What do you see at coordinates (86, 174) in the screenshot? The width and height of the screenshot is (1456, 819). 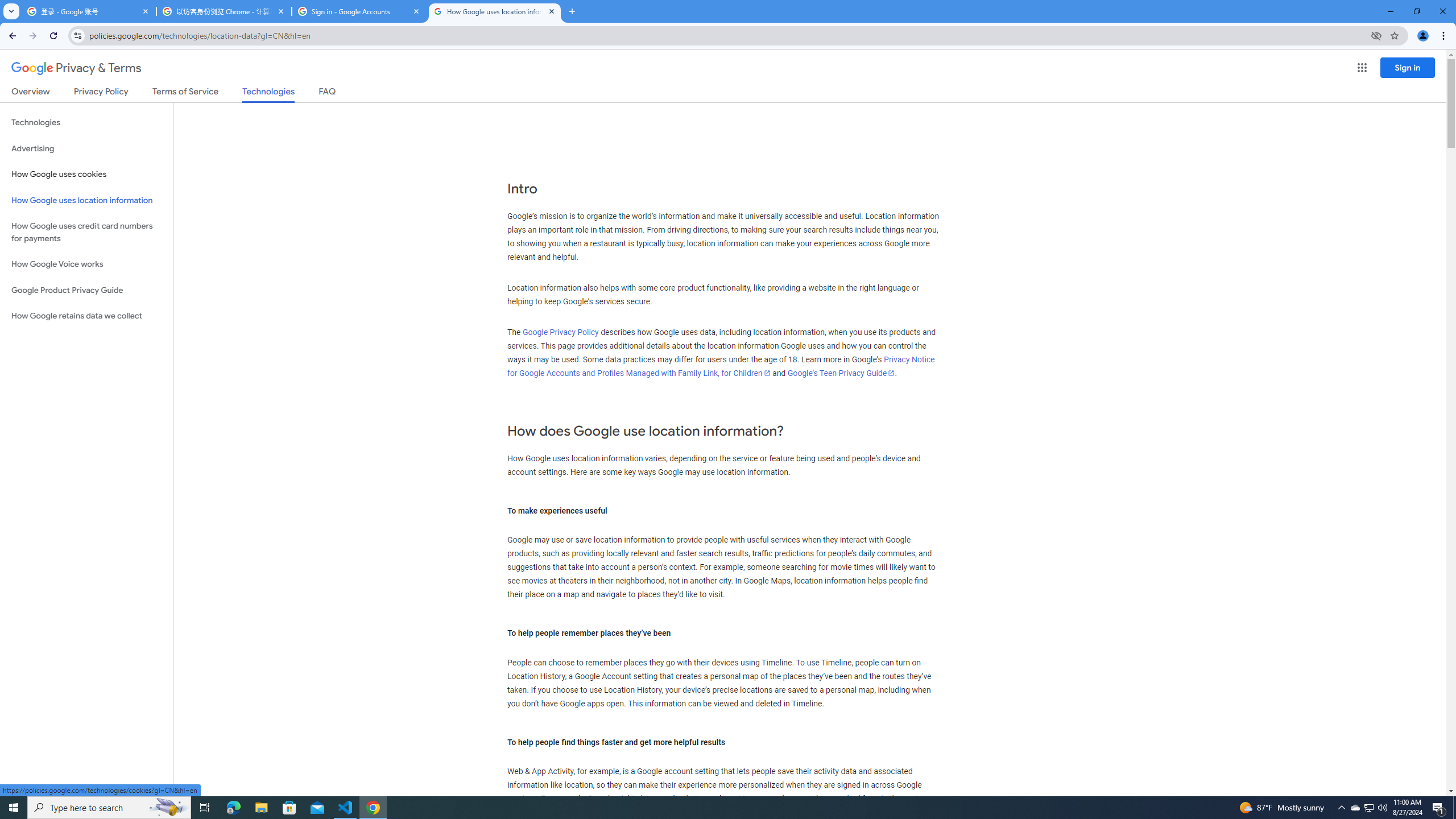 I see `'How Google uses cookies'` at bounding box center [86, 174].